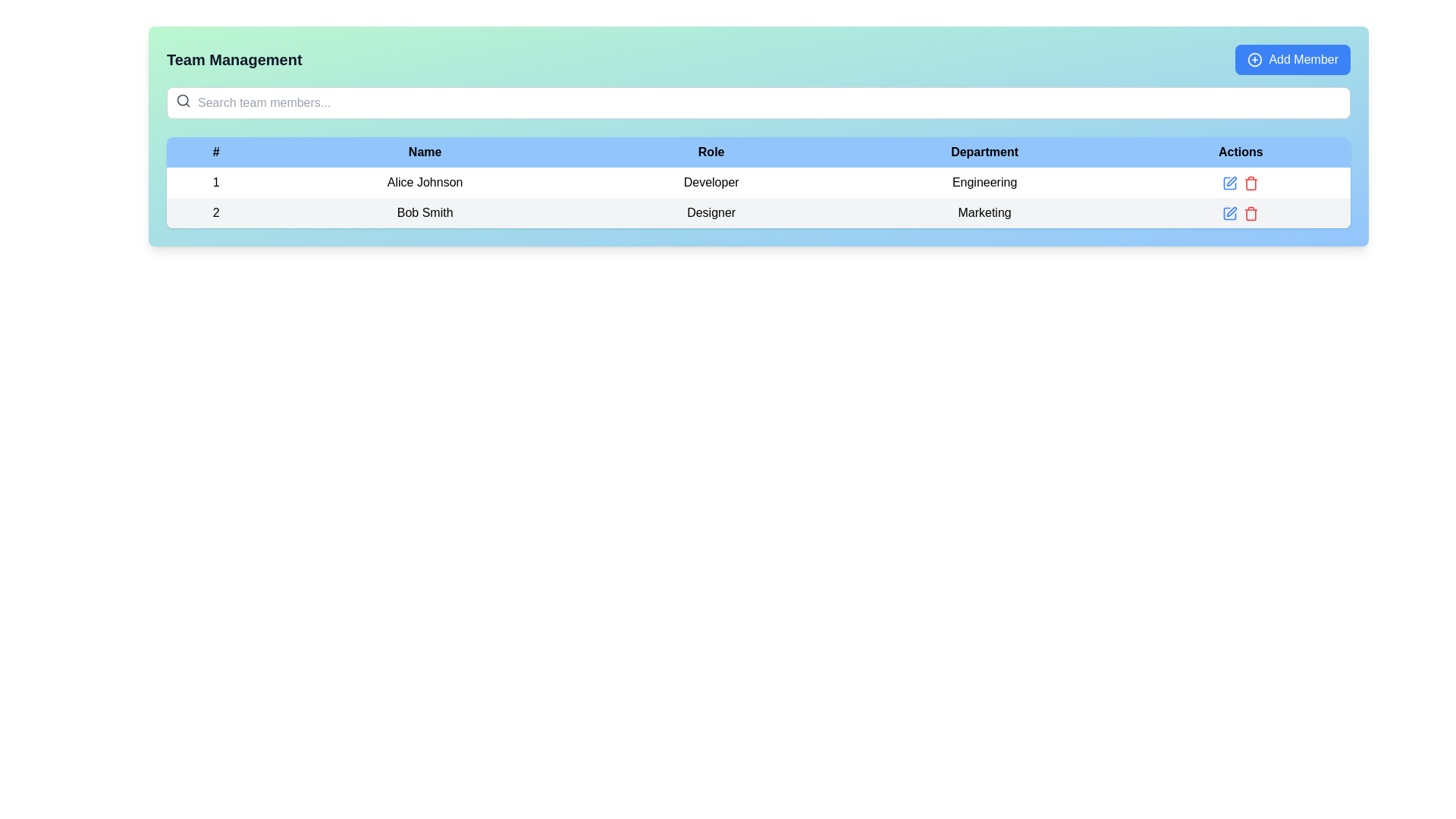 Image resolution: width=1456 pixels, height=819 pixels. Describe the element at coordinates (234, 58) in the screenshot. I see `the 'Team Management' text label located in the upper-left corner of the interface header, positioned above the search bar and to the left of the 'Add Member' button` at that location.